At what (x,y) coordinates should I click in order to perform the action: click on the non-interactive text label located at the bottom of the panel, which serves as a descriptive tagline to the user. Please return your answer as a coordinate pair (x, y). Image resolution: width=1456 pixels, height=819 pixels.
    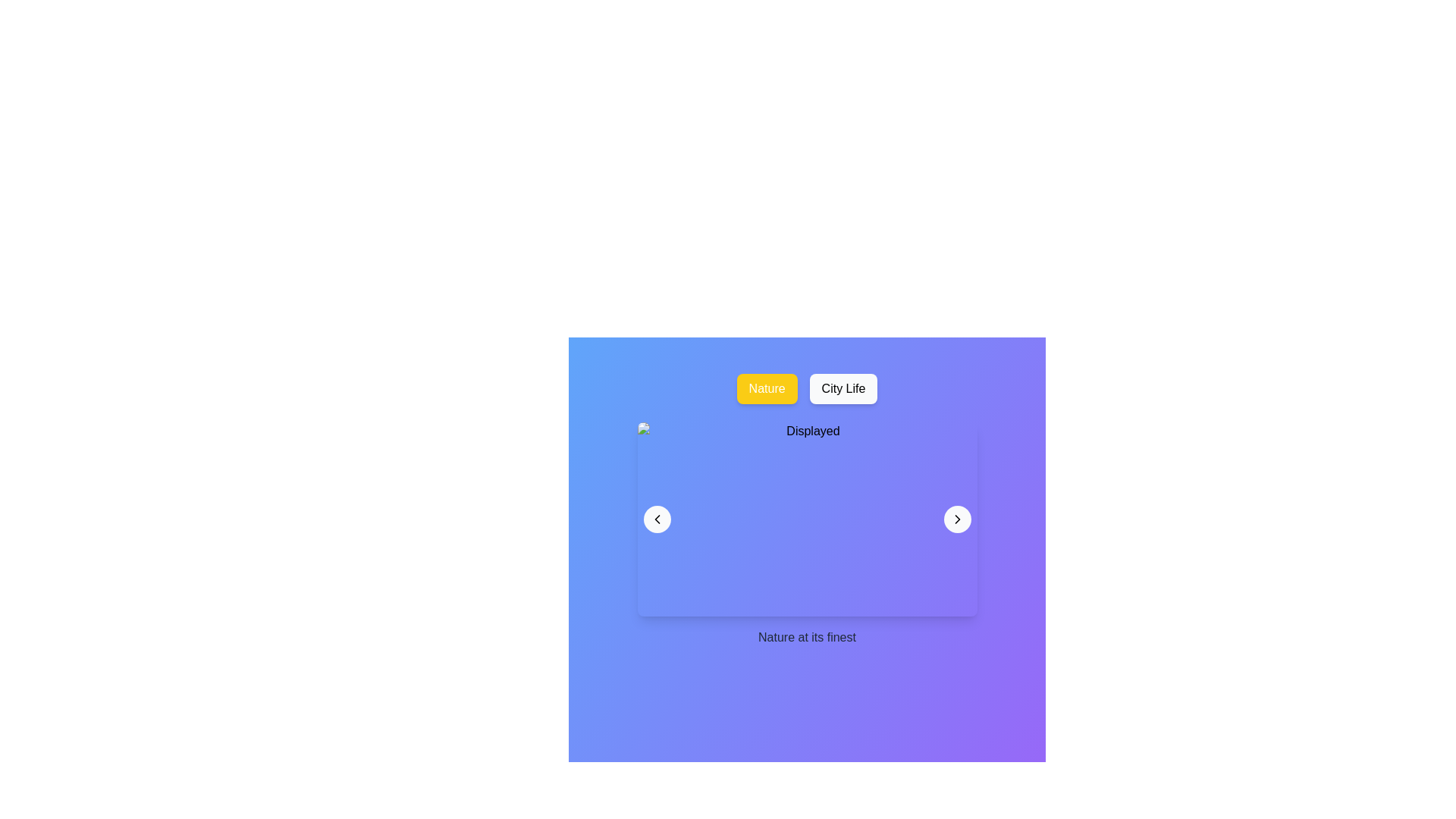
    Looking at the image, I should click on (806, 637).